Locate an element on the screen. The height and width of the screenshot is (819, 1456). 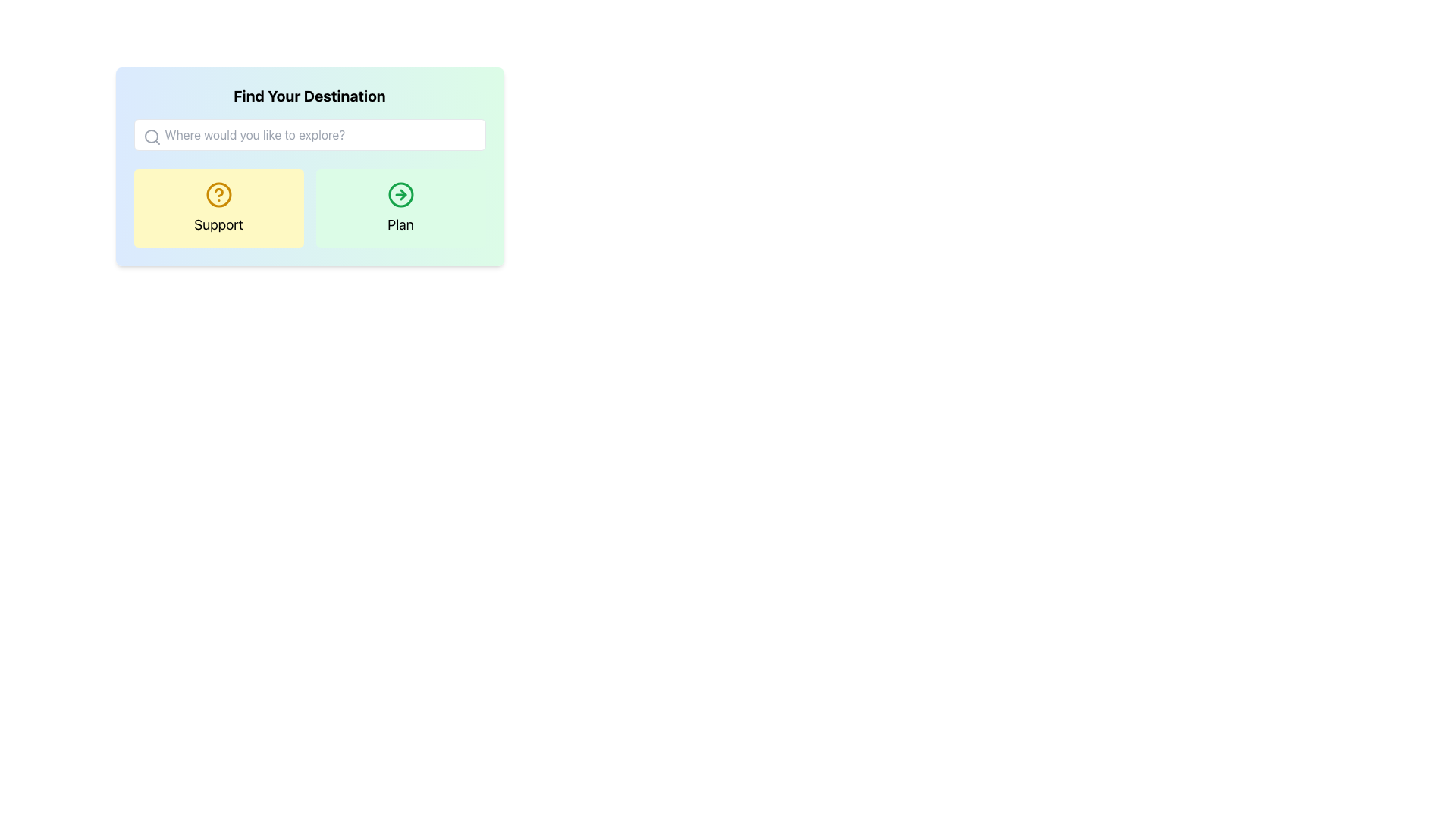
the support icon located above the 'Support' text within a yellow rectangular segment is located at coordinates (218, 194).